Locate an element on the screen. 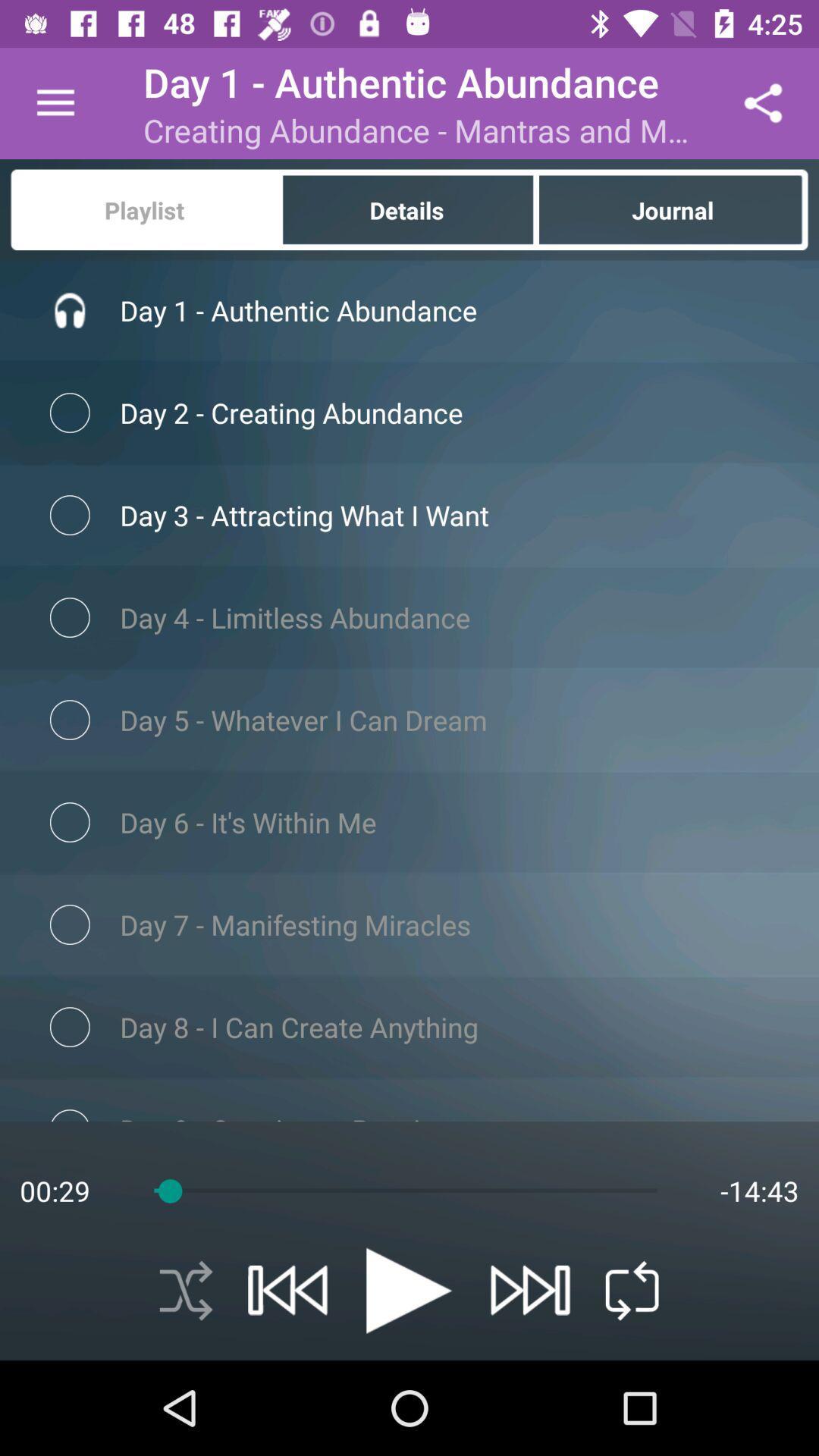 This screenshot has height=1456, width=819. the play icon is located at coordinates (408, 1290).